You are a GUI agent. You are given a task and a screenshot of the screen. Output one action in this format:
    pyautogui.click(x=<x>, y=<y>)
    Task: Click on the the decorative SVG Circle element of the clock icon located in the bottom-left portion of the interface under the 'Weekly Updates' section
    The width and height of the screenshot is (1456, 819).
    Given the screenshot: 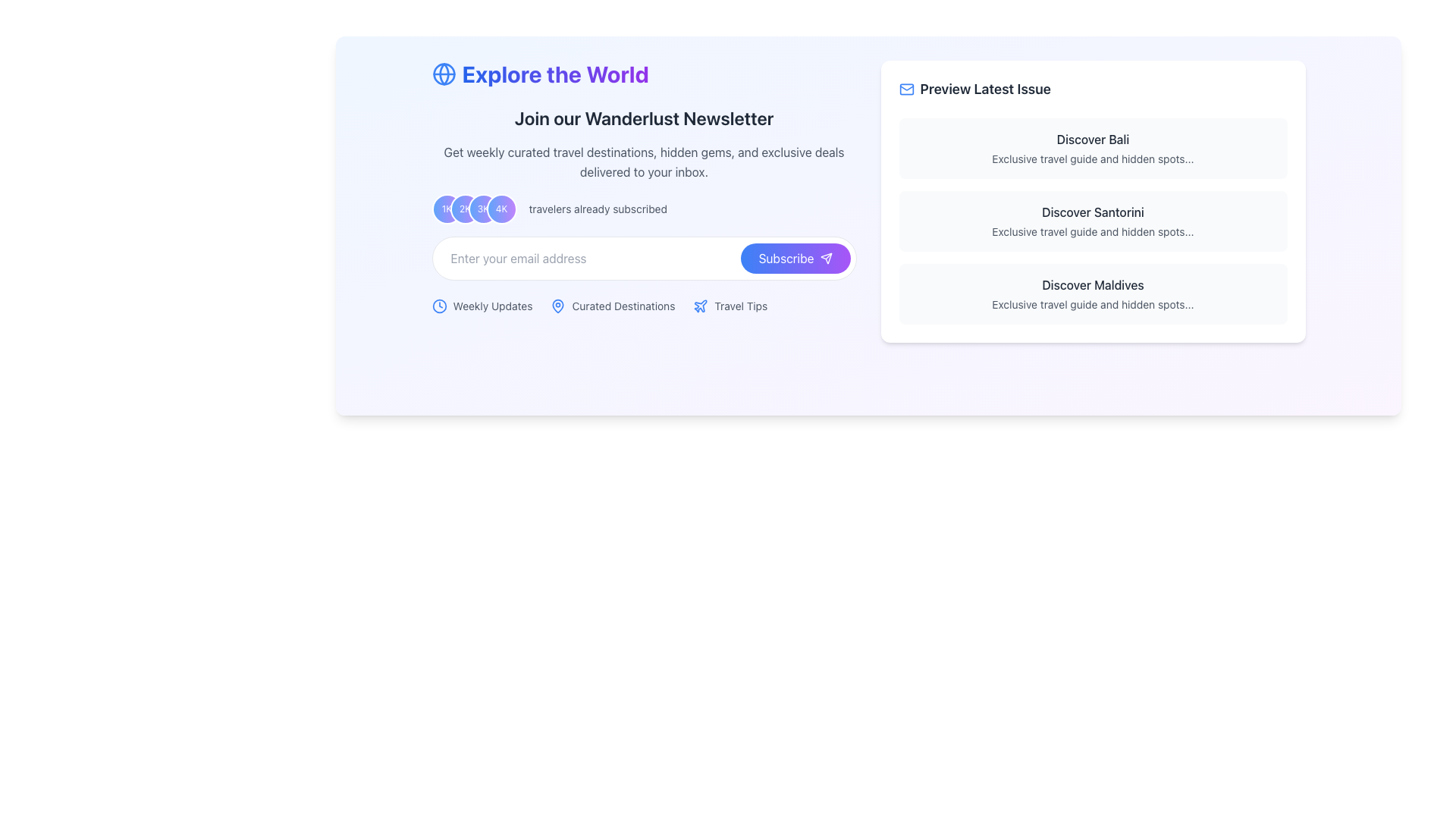 What is the action you would take?
    pyautogui.click(x=438, y=306)
    